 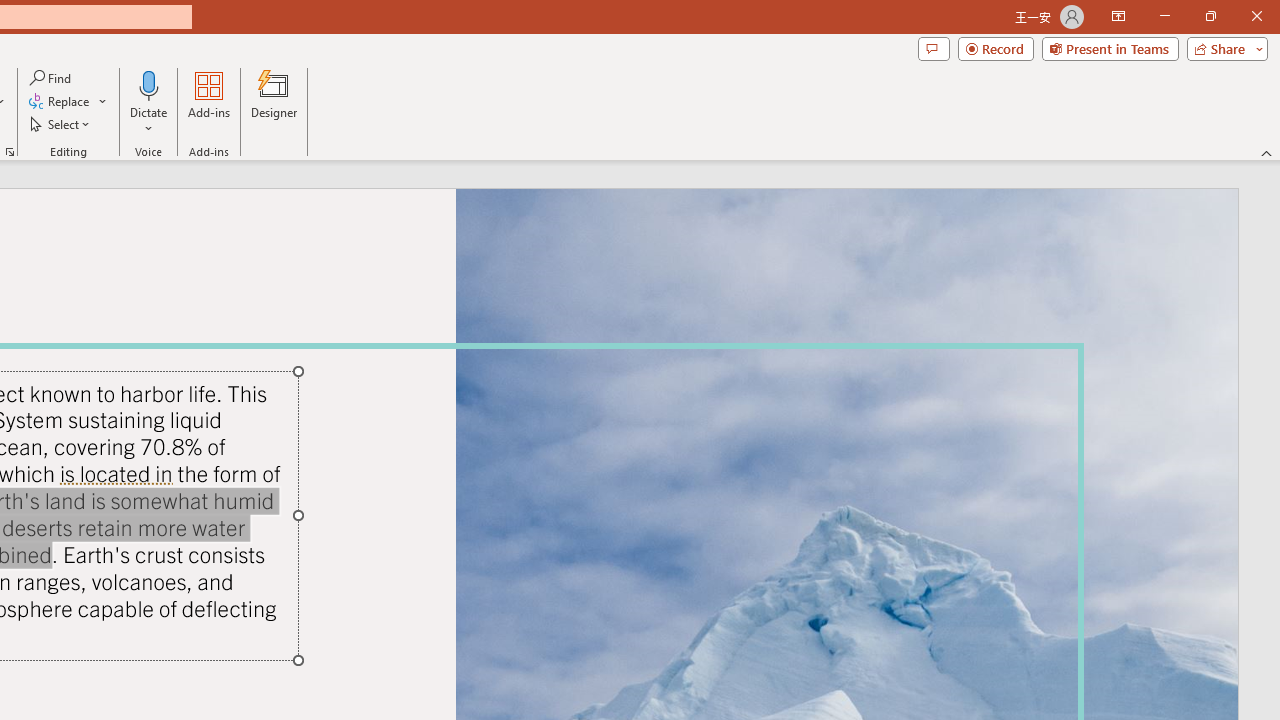 I want to click on 'Select', so click(x=61, y=124).